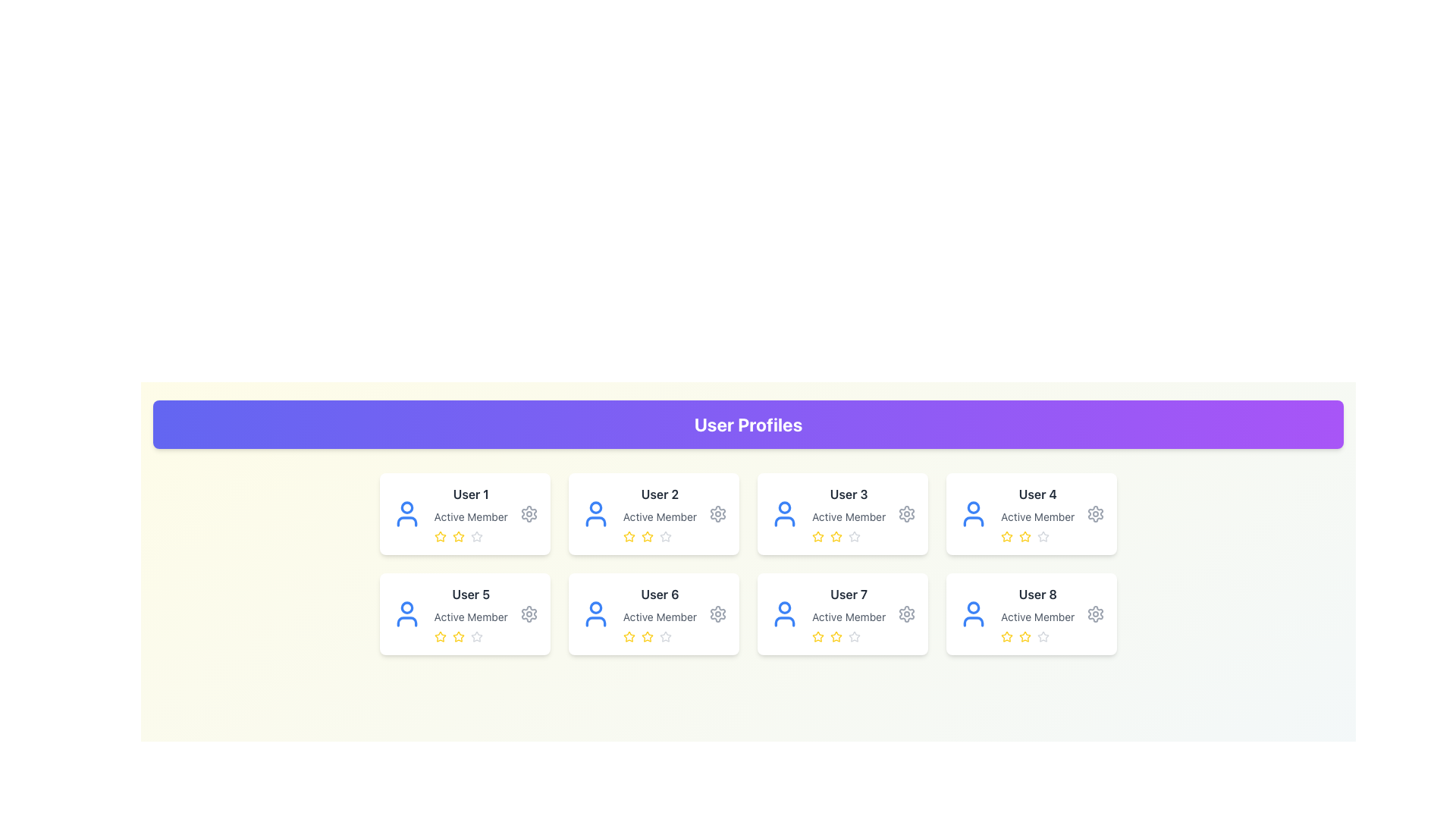  I want to click on the non-interactive text label indicating the membership status of the user associated with the second card in the first row of the grid layout, positioned beneath 'User 2' and above the stars, so click(660, 516).